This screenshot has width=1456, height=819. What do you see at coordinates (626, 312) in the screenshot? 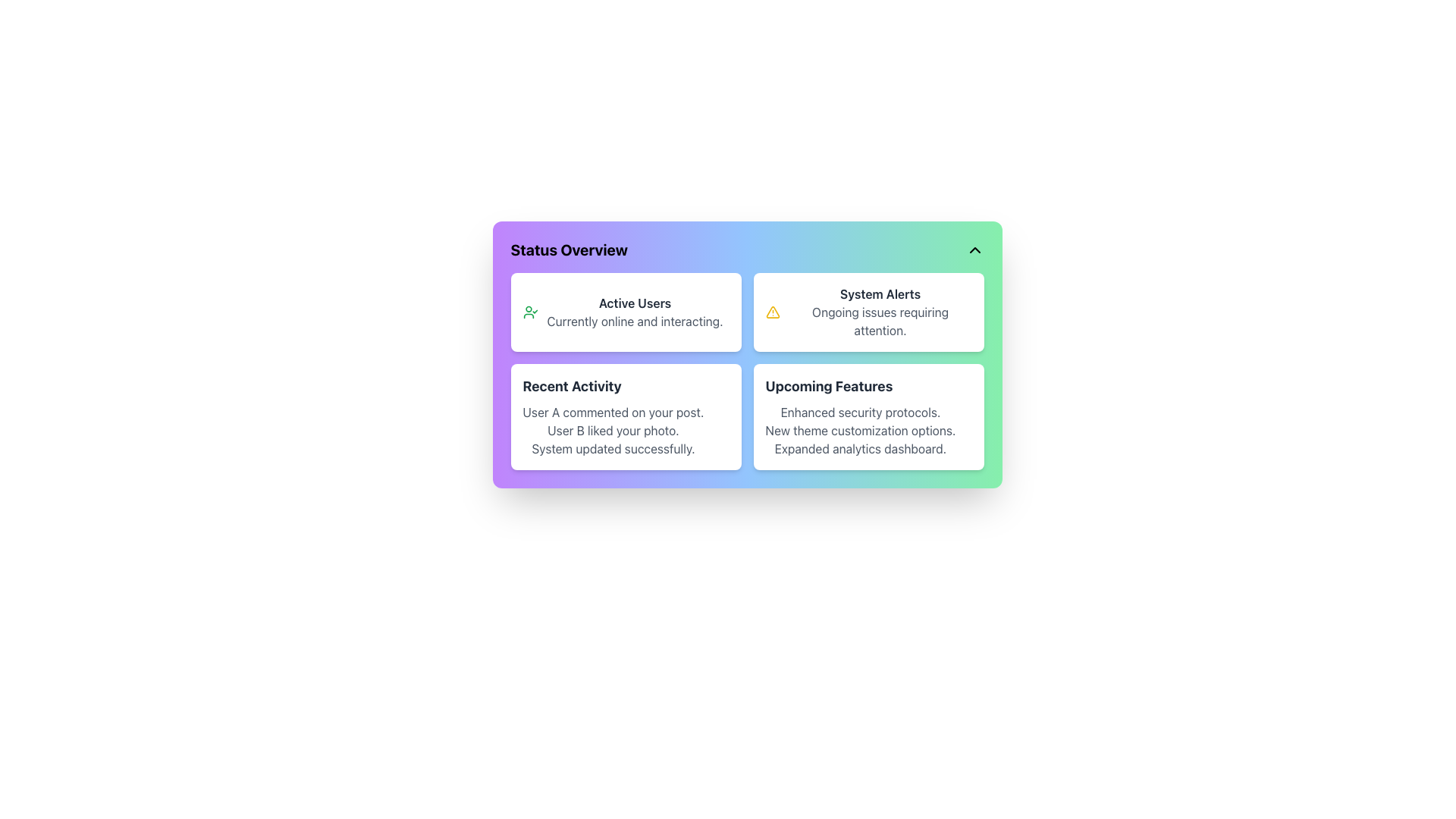
I see `the Informational Card displaying the status or count of active users, located in the top-left of the grid layout` at bounding box center [626, 312].